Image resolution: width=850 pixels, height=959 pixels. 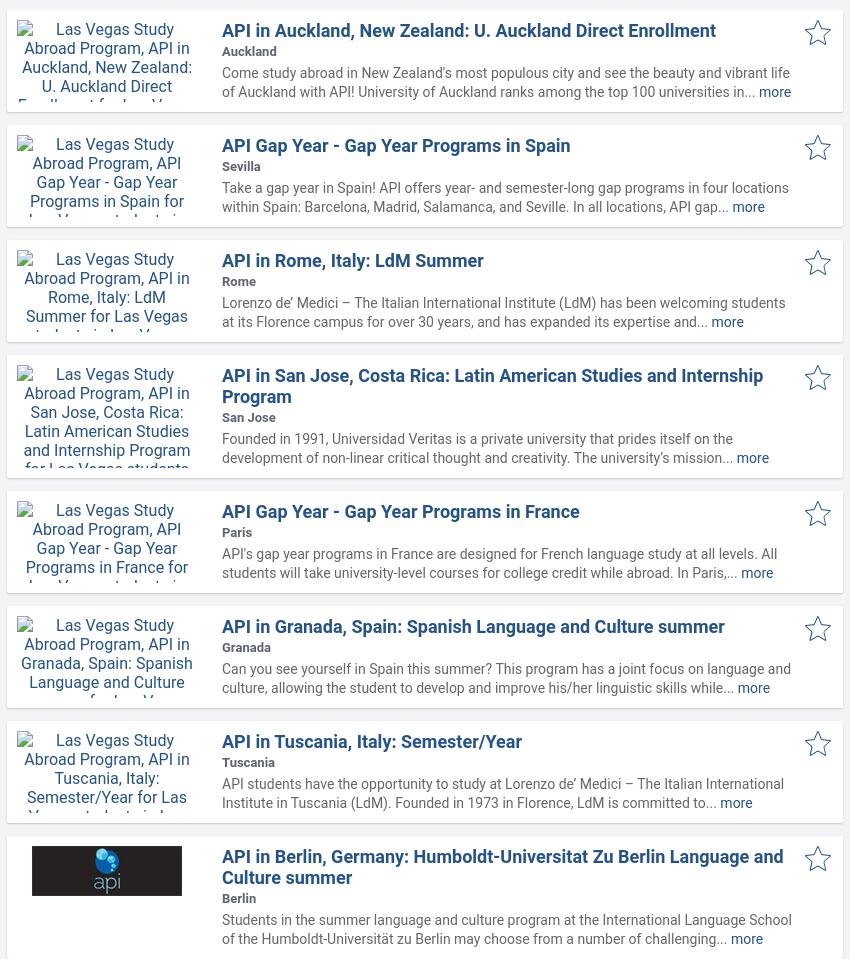 I want to click on 'API Gap Year - Gap Year Programs in France', so click(x=222, y=511).